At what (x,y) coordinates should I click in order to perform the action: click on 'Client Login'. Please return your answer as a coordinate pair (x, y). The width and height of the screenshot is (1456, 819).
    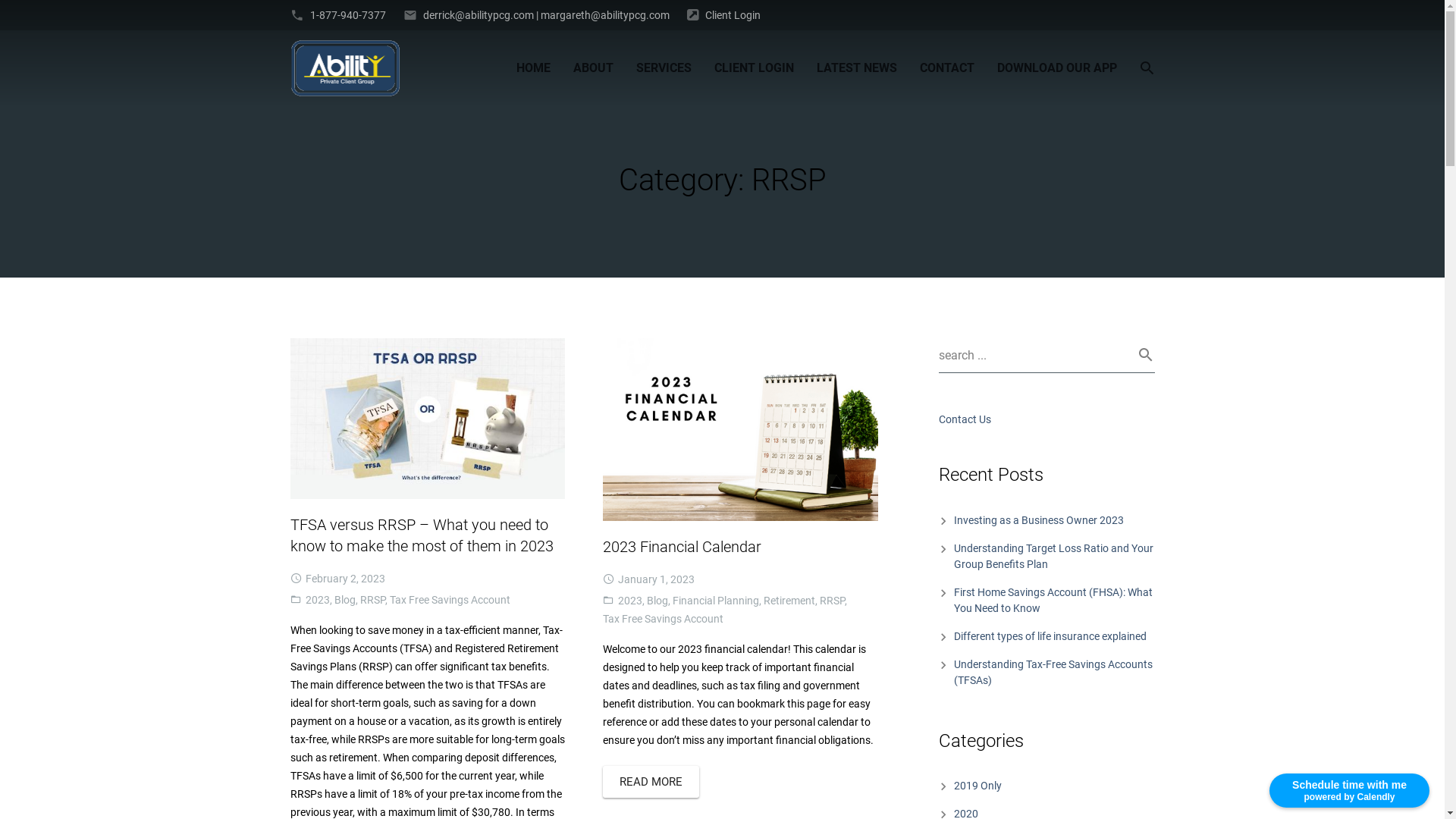
    Looking at the image, I should click on (733, 14).